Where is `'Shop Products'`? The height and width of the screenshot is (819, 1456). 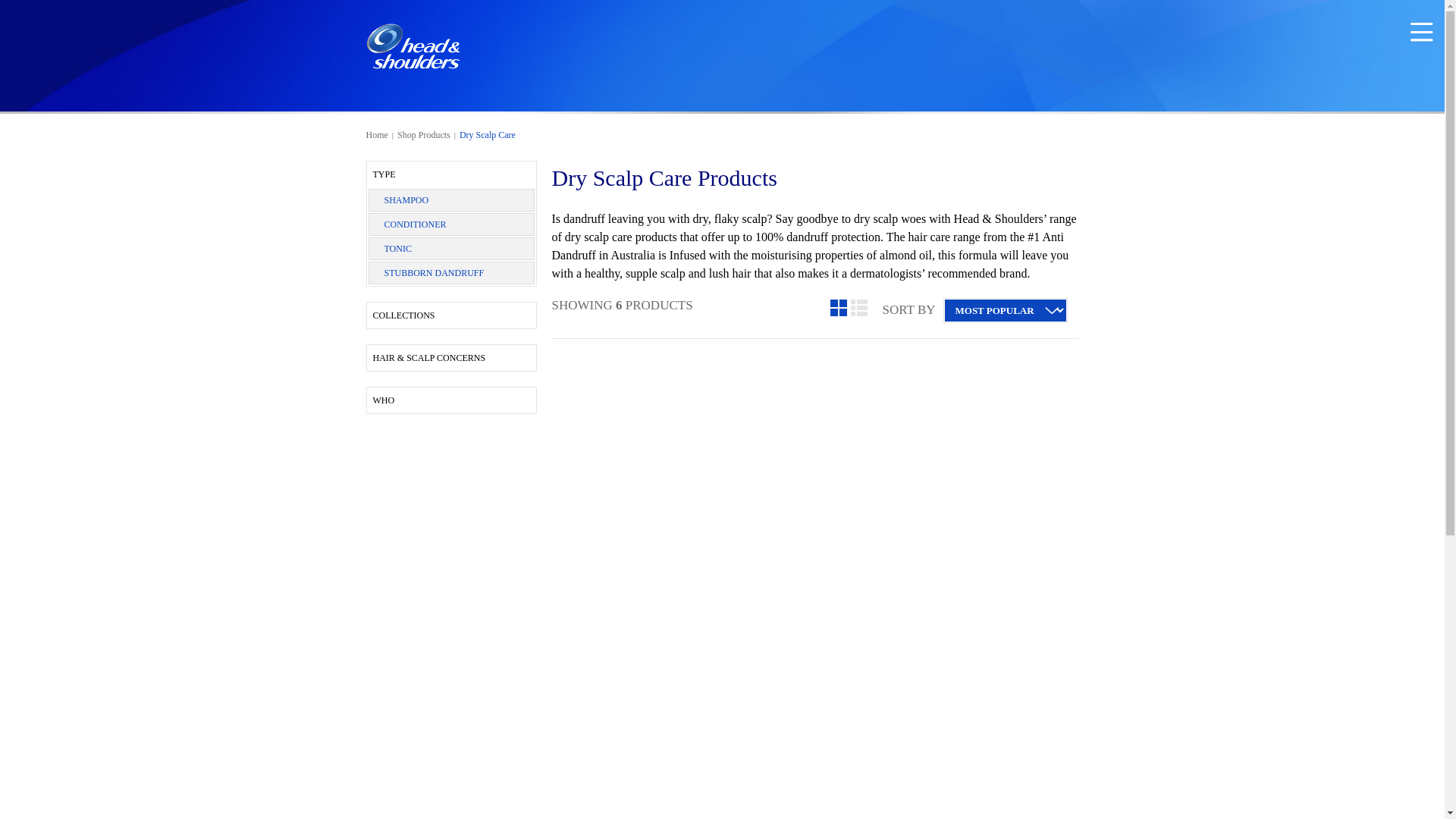
'Shop Products' is located at coordinates (423, 133).